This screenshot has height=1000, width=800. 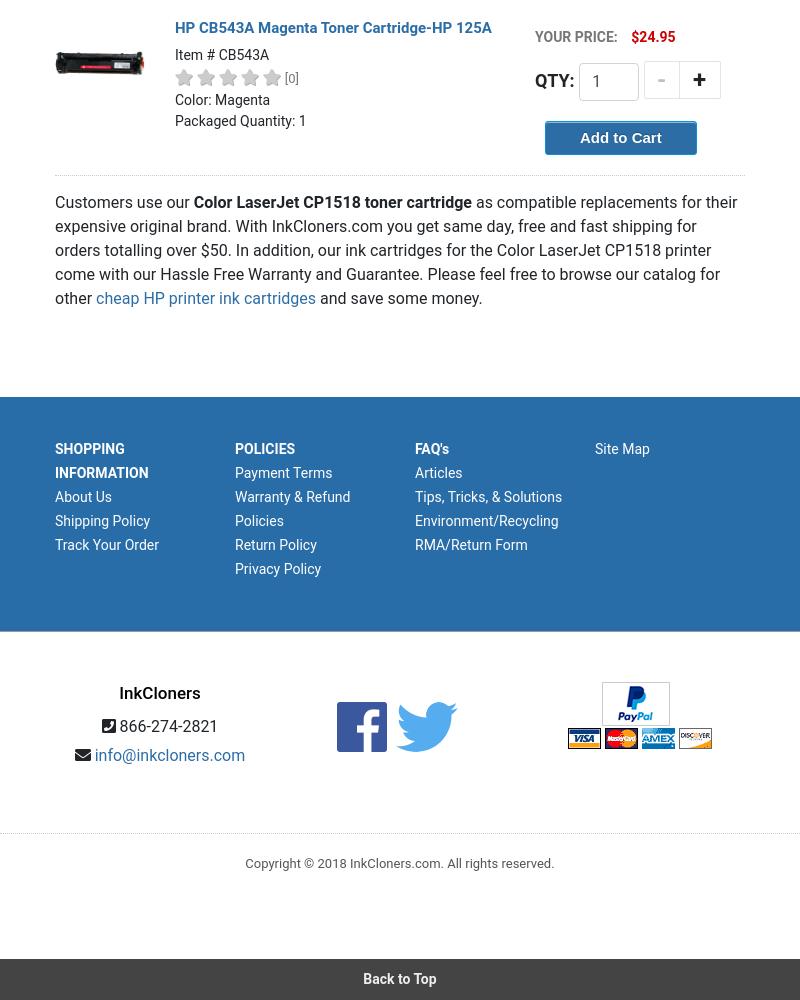 I want to click on 'SHOPPING INFORMATION', so click(x=100, y=460).